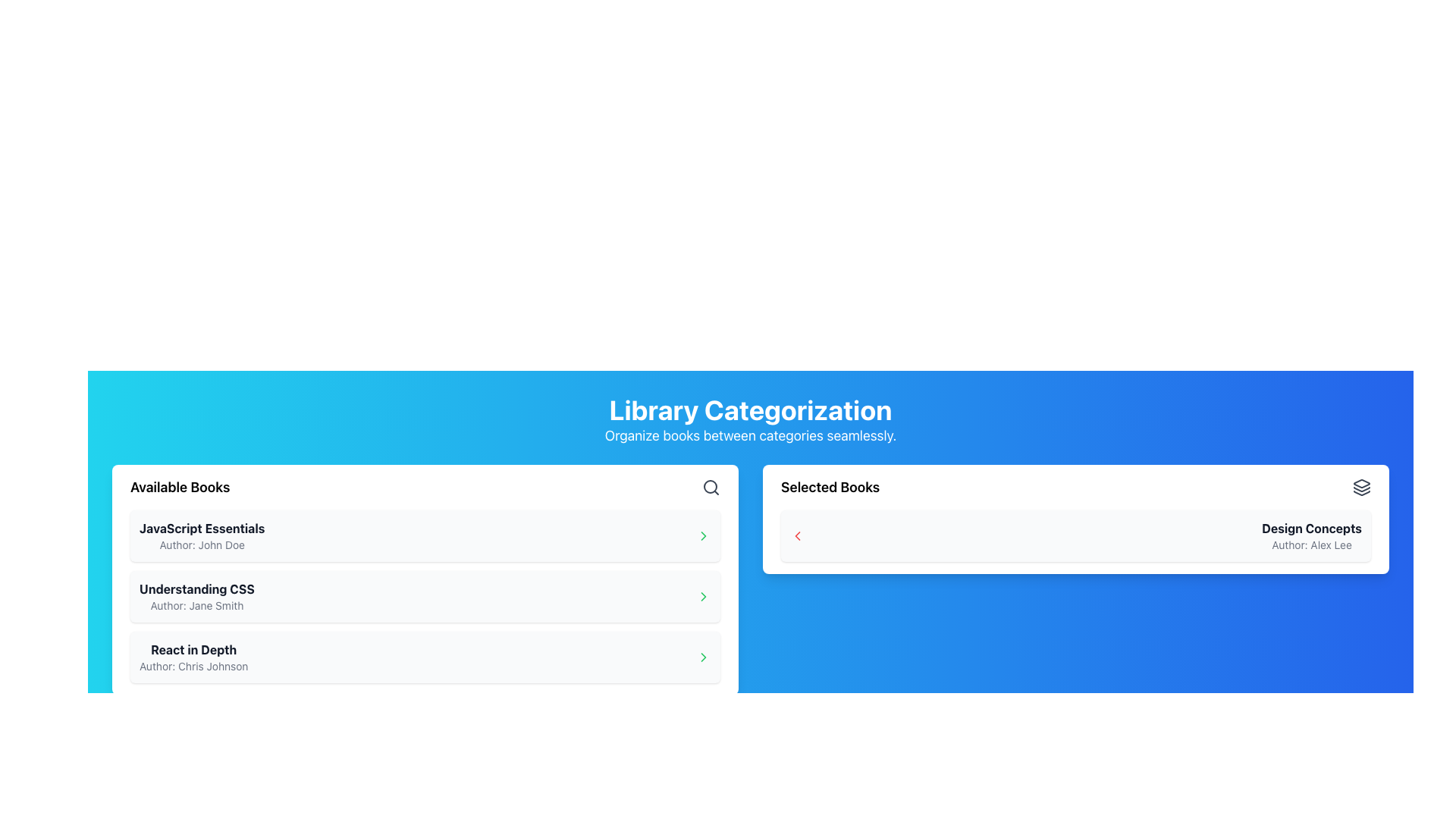  What do you see at coordinates (709, 486) in the screenshot?
I see `the SVG Circle representing the lens of the magnifying glass within the search icon` at bounding box center [709, 486].